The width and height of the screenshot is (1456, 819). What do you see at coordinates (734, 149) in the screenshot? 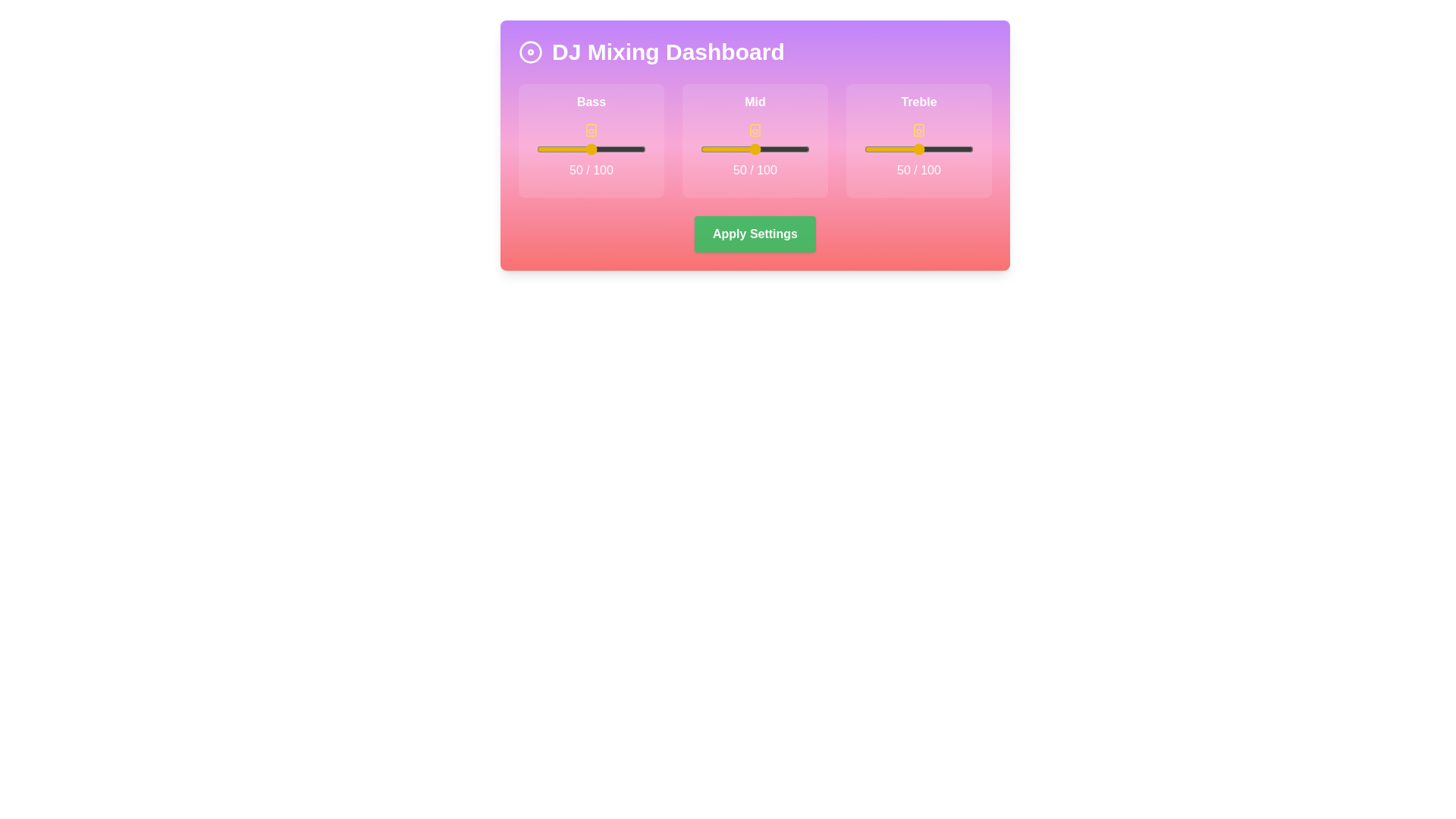
I see `the mid slider to set its value to 31` at bounding box center [734, 149].